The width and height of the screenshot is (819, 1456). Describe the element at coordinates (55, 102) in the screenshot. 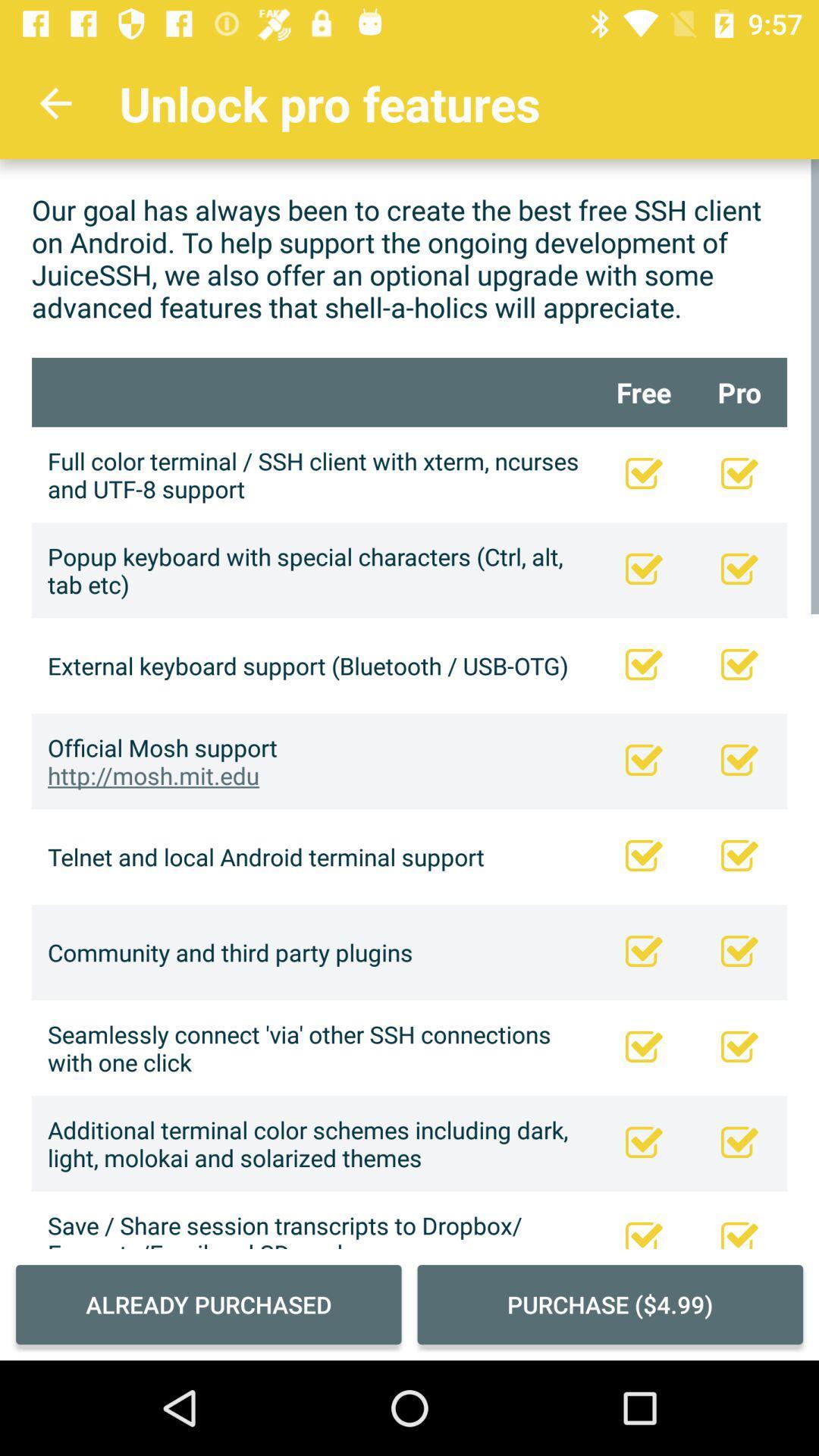

I see `icon above the our goal has` at that location.